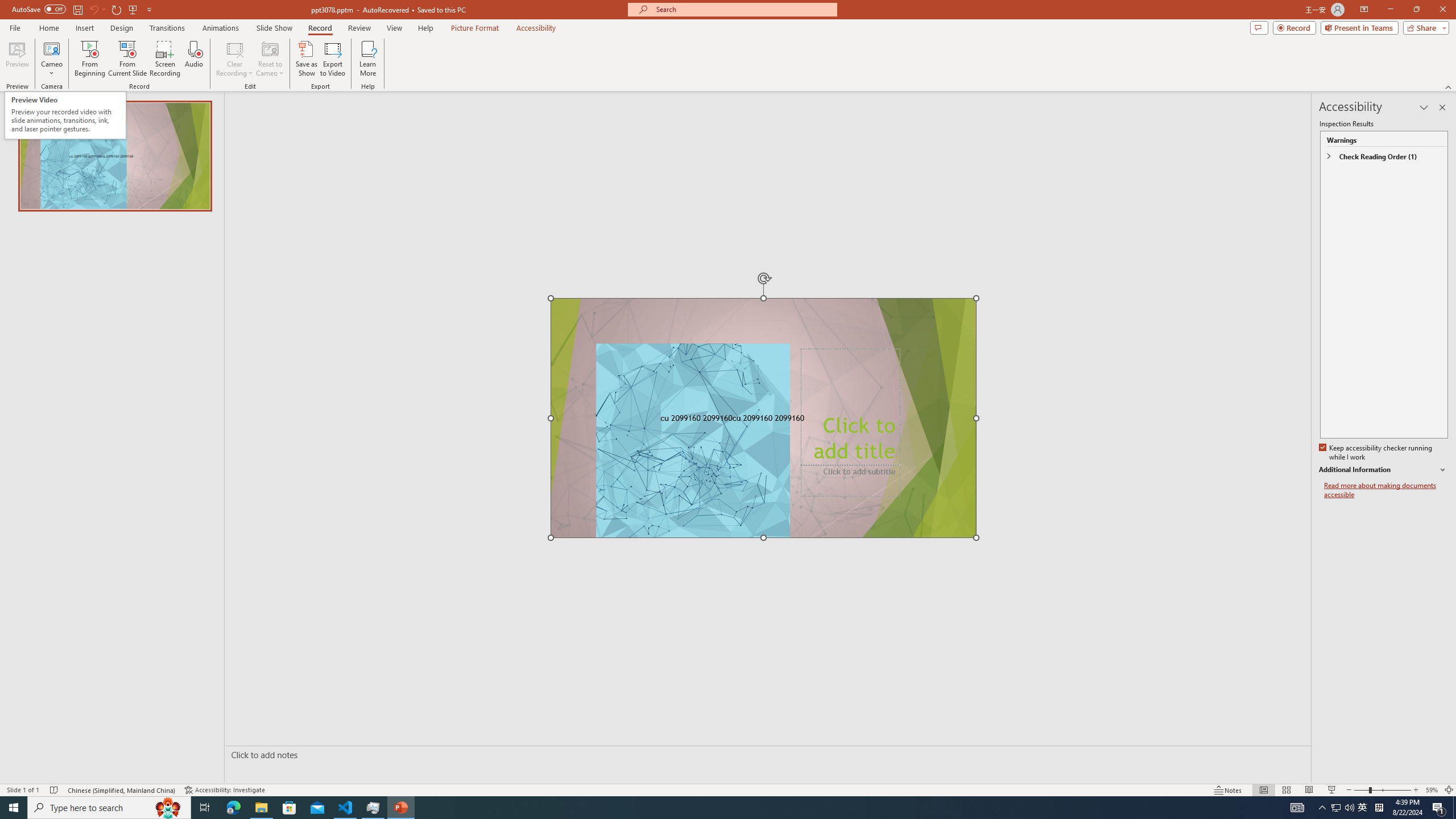  I want to click on 'Read more about making documents accessible', so click(1386, 490).